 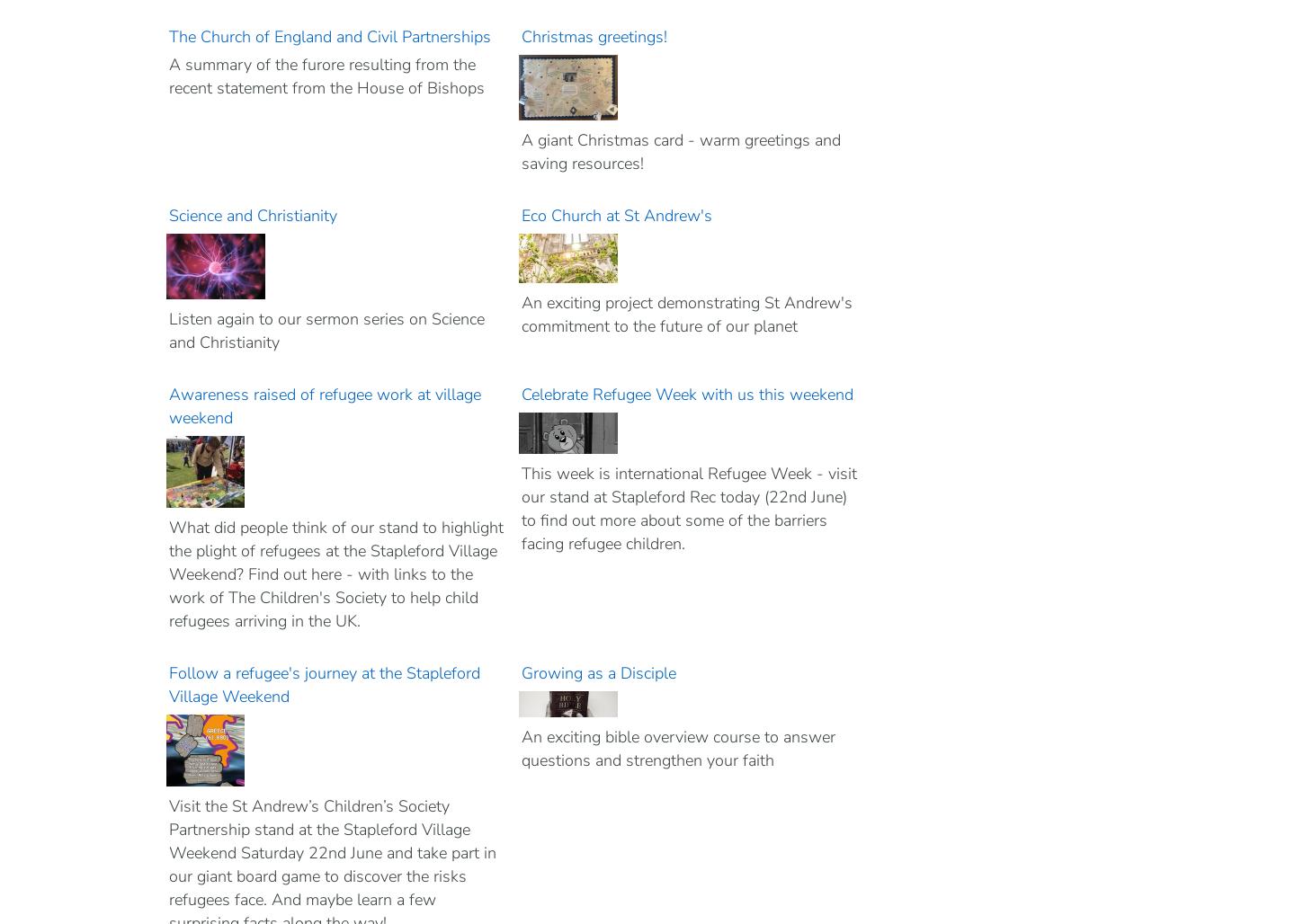 What do you see at coordinates (687, 509) in the screenshot?
I see `'This week is international Refugee Week - visit our stand at Stapleford Rec today (22nd June) to find out more about some of the barriers facing refugee children.'` at bounding box center [687, 509].